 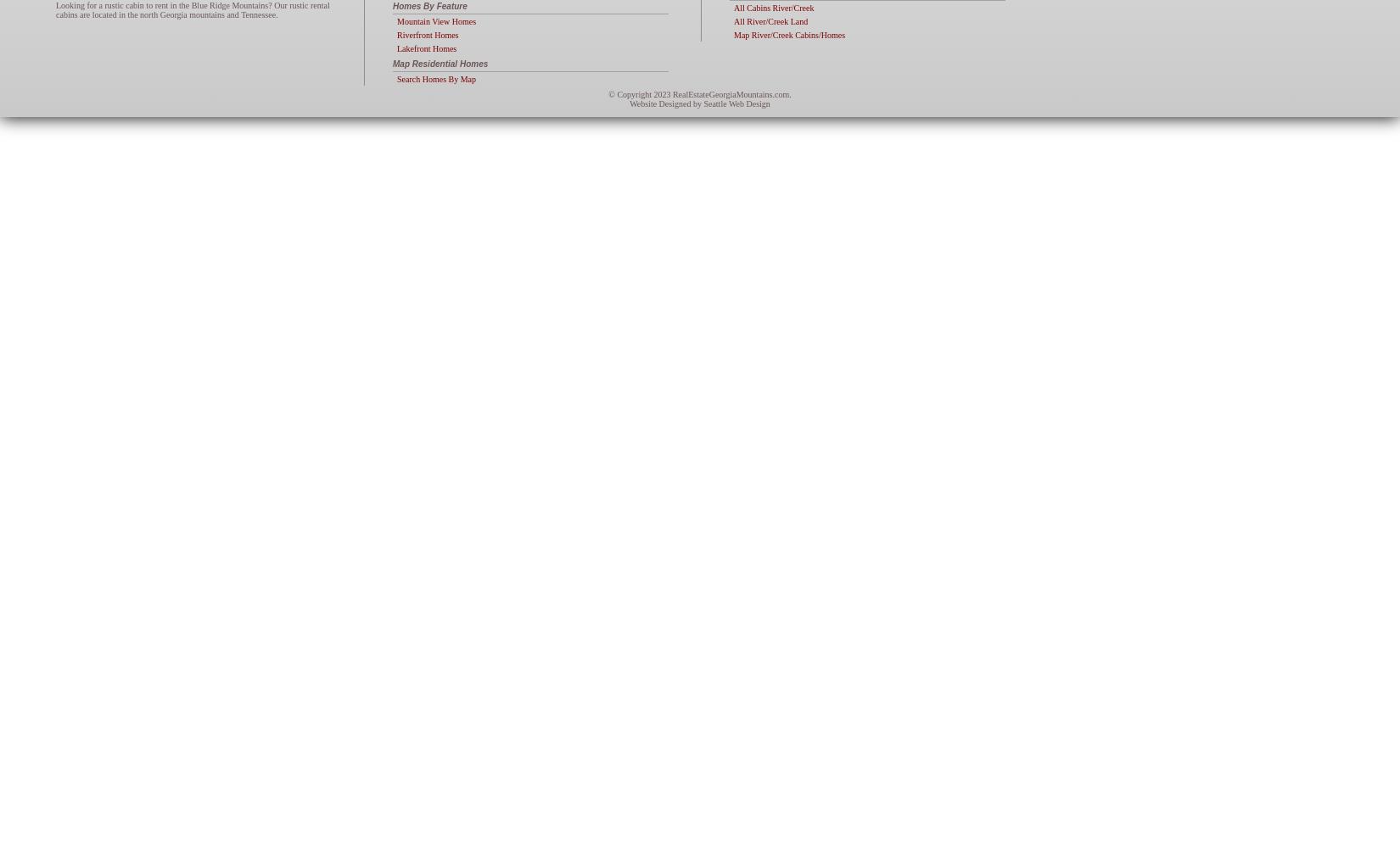 I want to click on 'Looking for a rustic cabin to rent in the Blue Ridge Mountains?  Our rustic rental cabins are located in the north Georgia mountains and Tennessee.', so click(x=193, y=8).